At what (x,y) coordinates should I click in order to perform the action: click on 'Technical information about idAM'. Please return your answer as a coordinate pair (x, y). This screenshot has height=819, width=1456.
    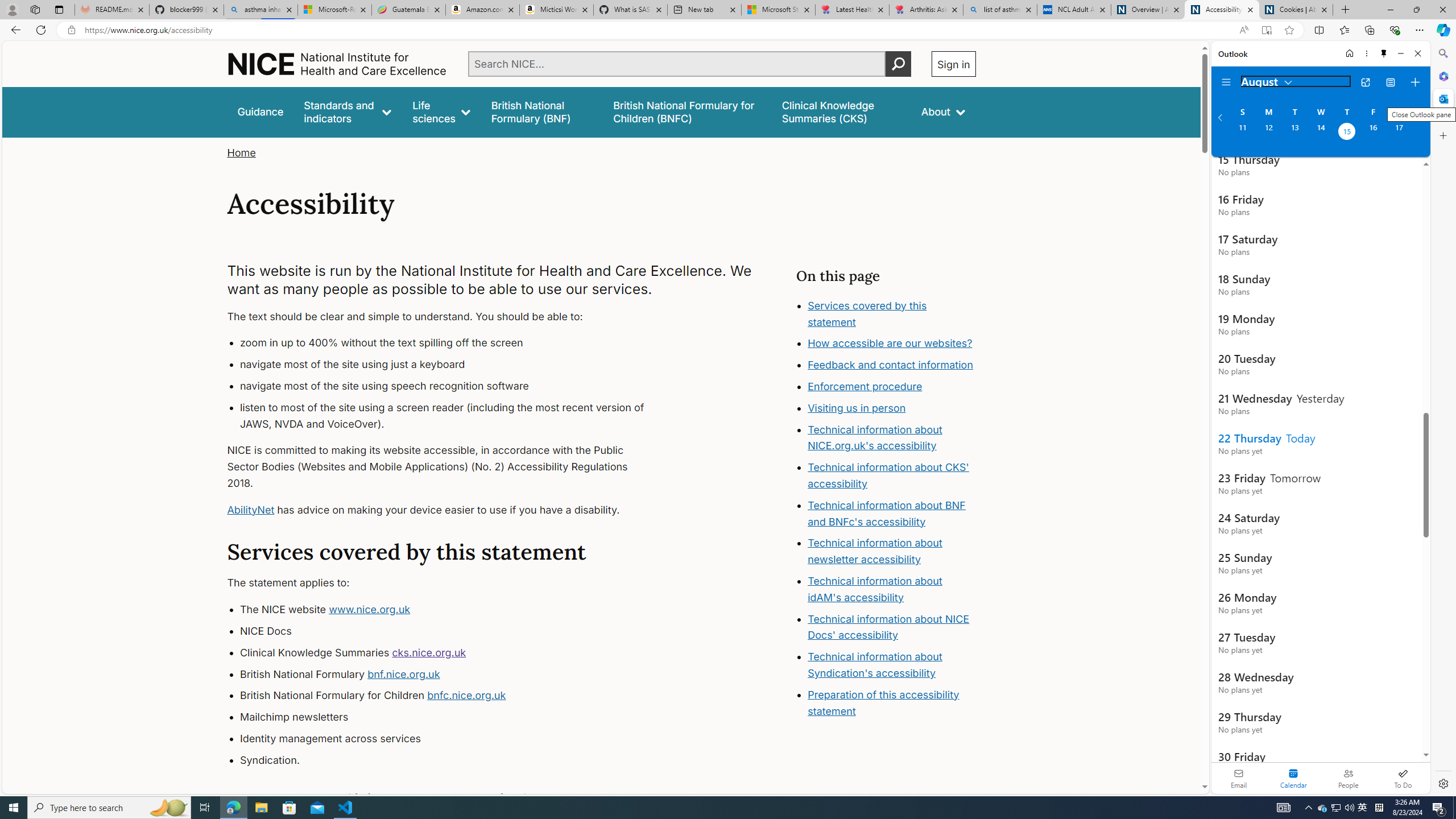
    Looking at the image, I should click on (874, 589).